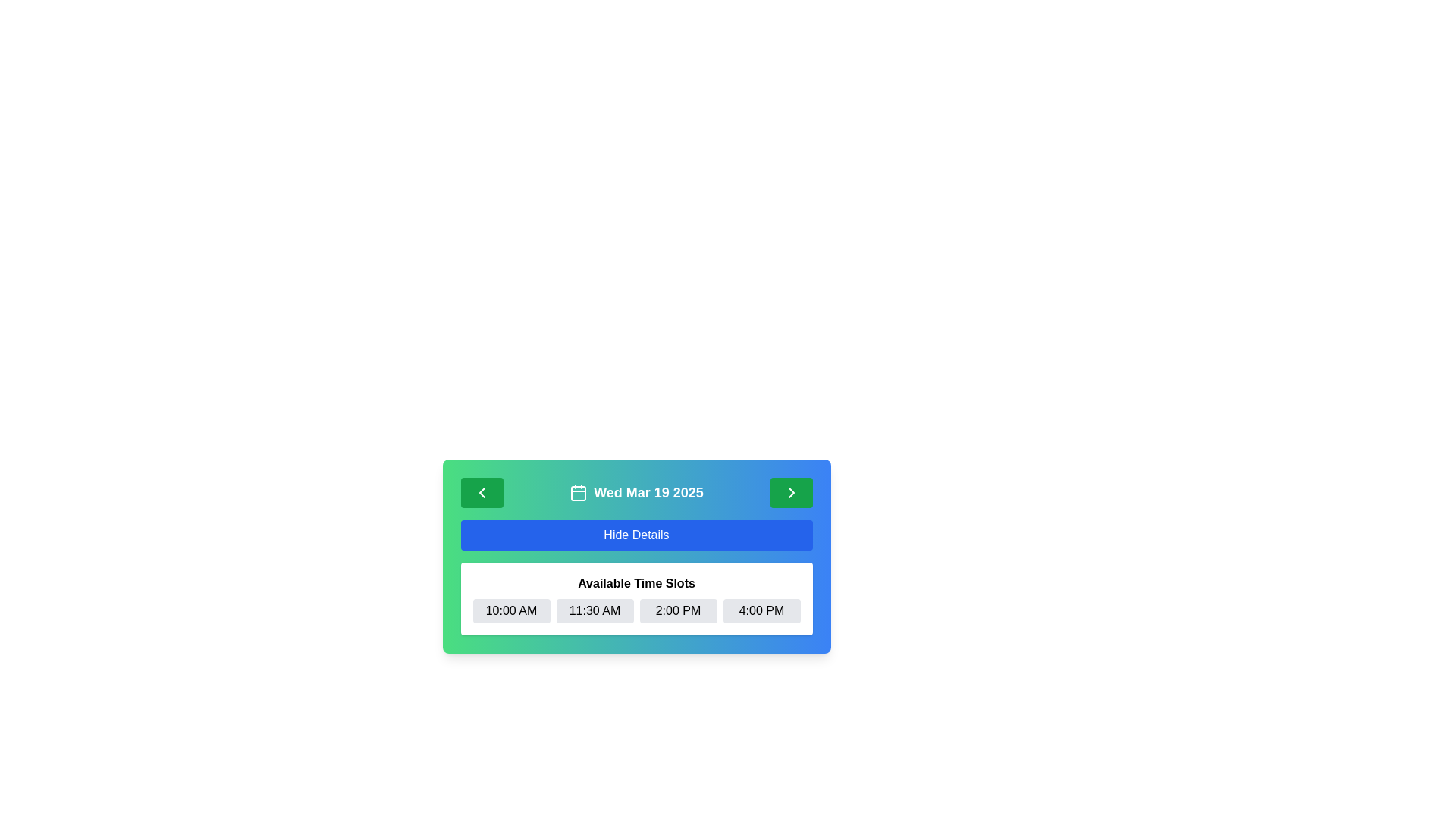 Image resolution: width=1456 pixels, height=819 pixels. I want to click on the small arrow-shaped icon that resembles a rightward chevron, located within a green circular button in the top-right corner of the interface, so click(790, 493).